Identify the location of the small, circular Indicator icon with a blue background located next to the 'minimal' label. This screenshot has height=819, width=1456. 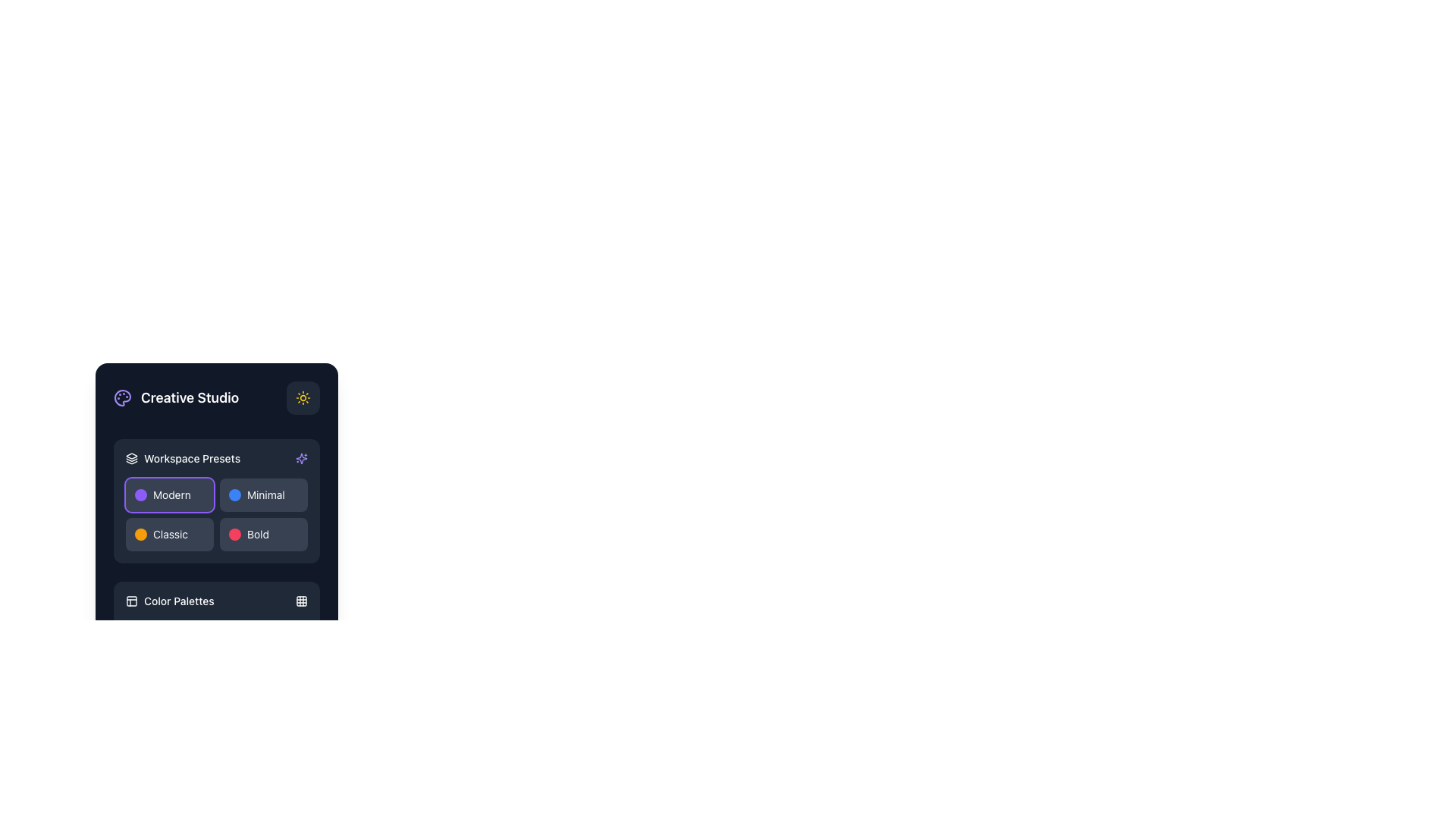
(234, 494).